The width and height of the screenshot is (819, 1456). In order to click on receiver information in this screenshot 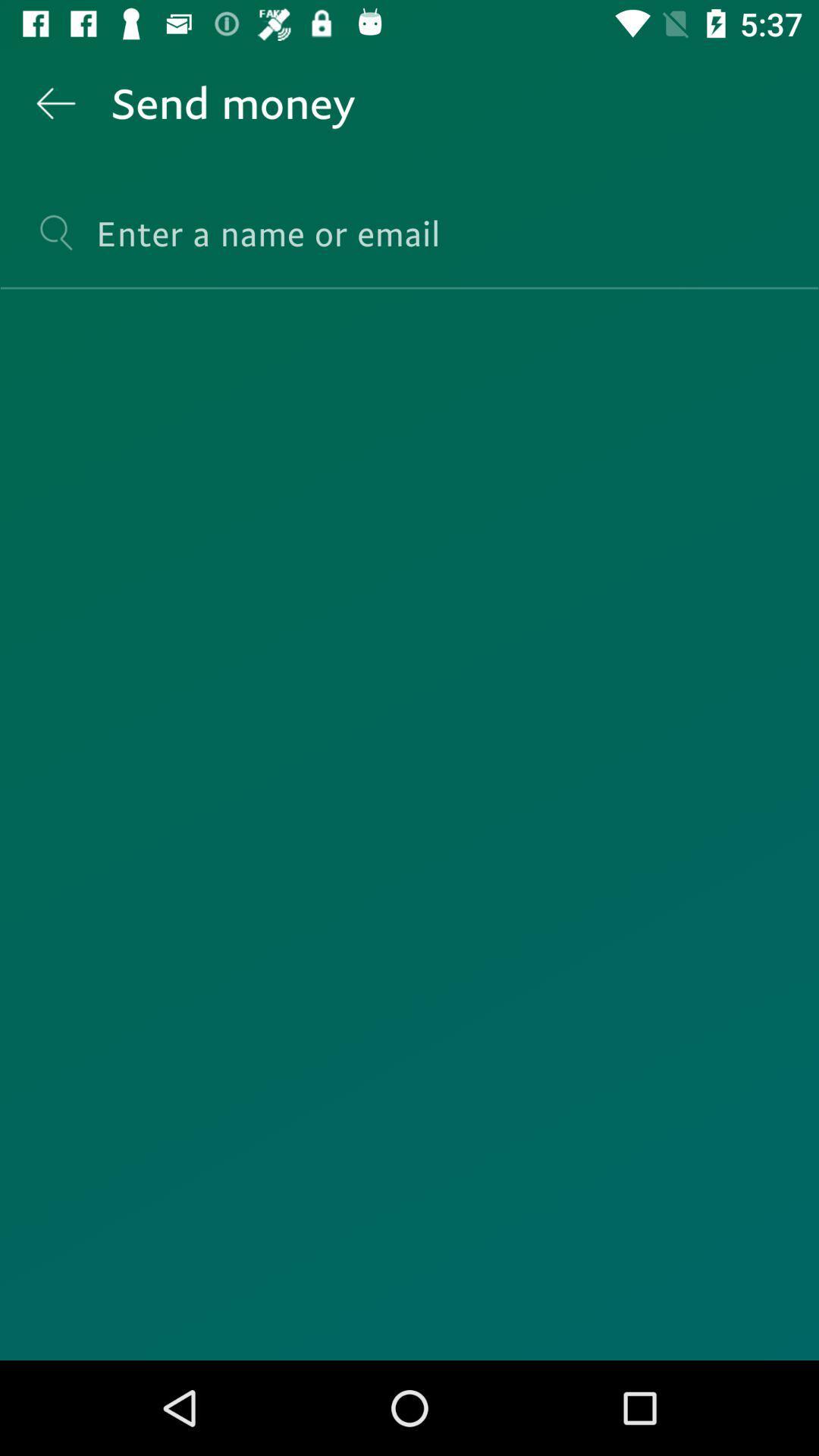, I will do `click(409, 246)`.